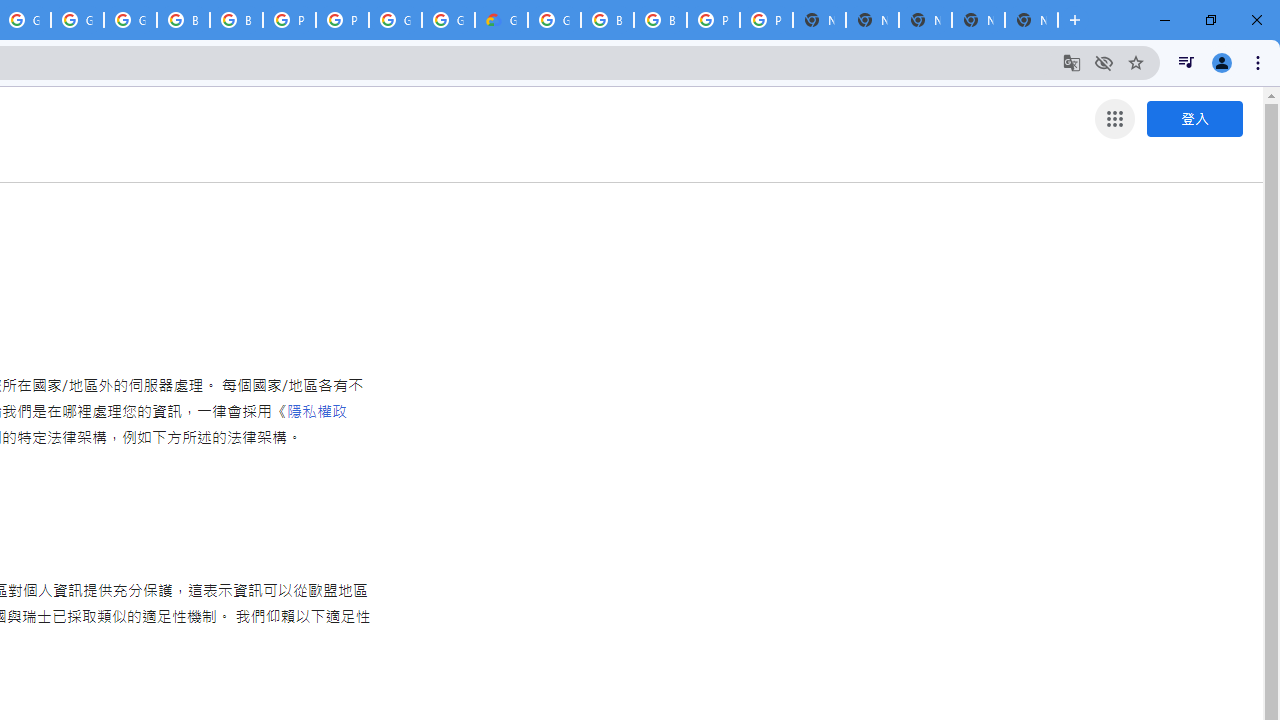  What do you see at coordinates (1071, 61) in the screenshot?
I see `'Translate this page'` at bounding box center [1071, 61].